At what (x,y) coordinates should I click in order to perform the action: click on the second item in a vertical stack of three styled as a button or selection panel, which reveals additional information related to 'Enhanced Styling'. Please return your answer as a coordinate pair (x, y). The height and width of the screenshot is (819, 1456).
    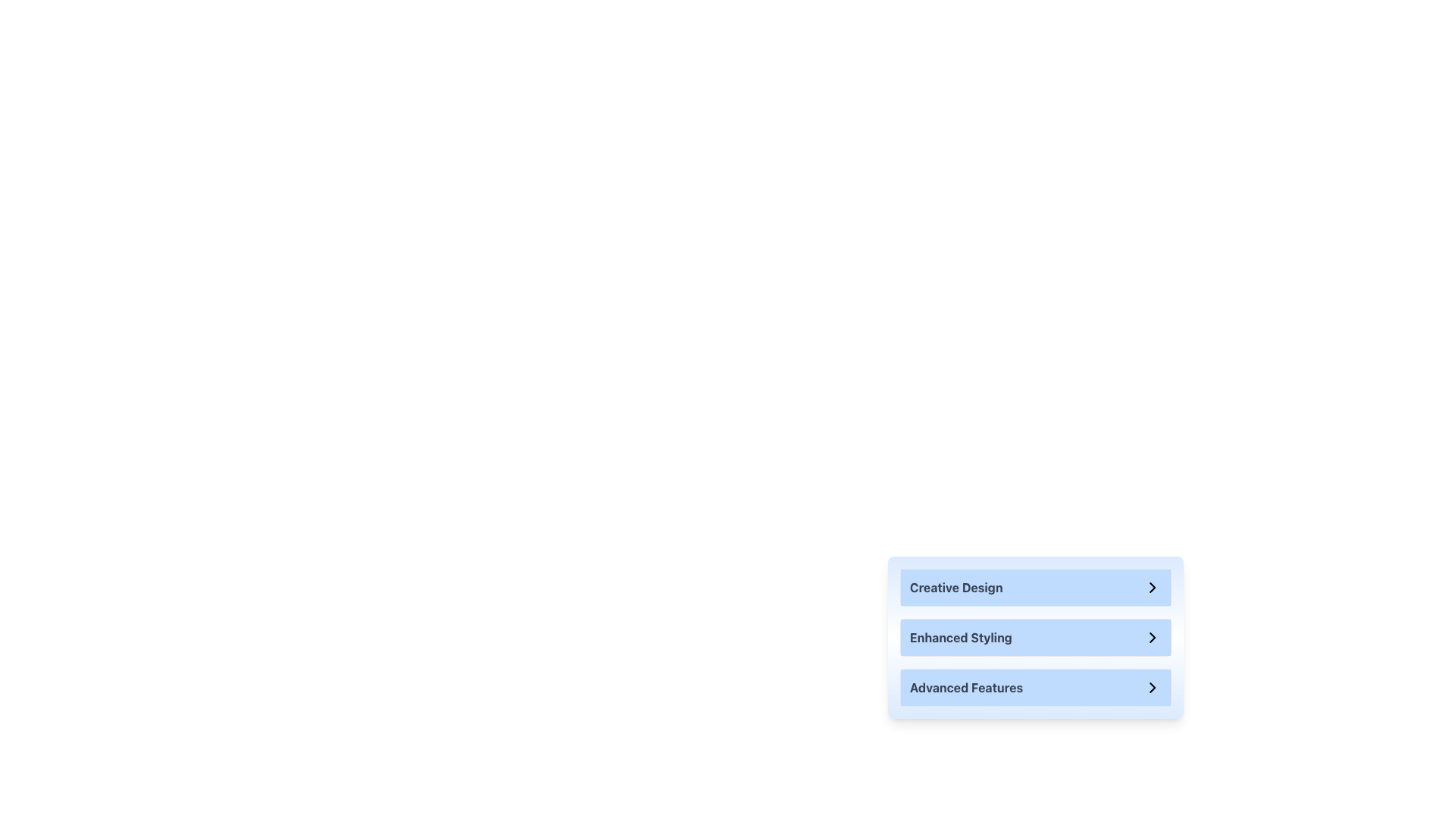
    Looking at the image, I should click on (1035, 637).